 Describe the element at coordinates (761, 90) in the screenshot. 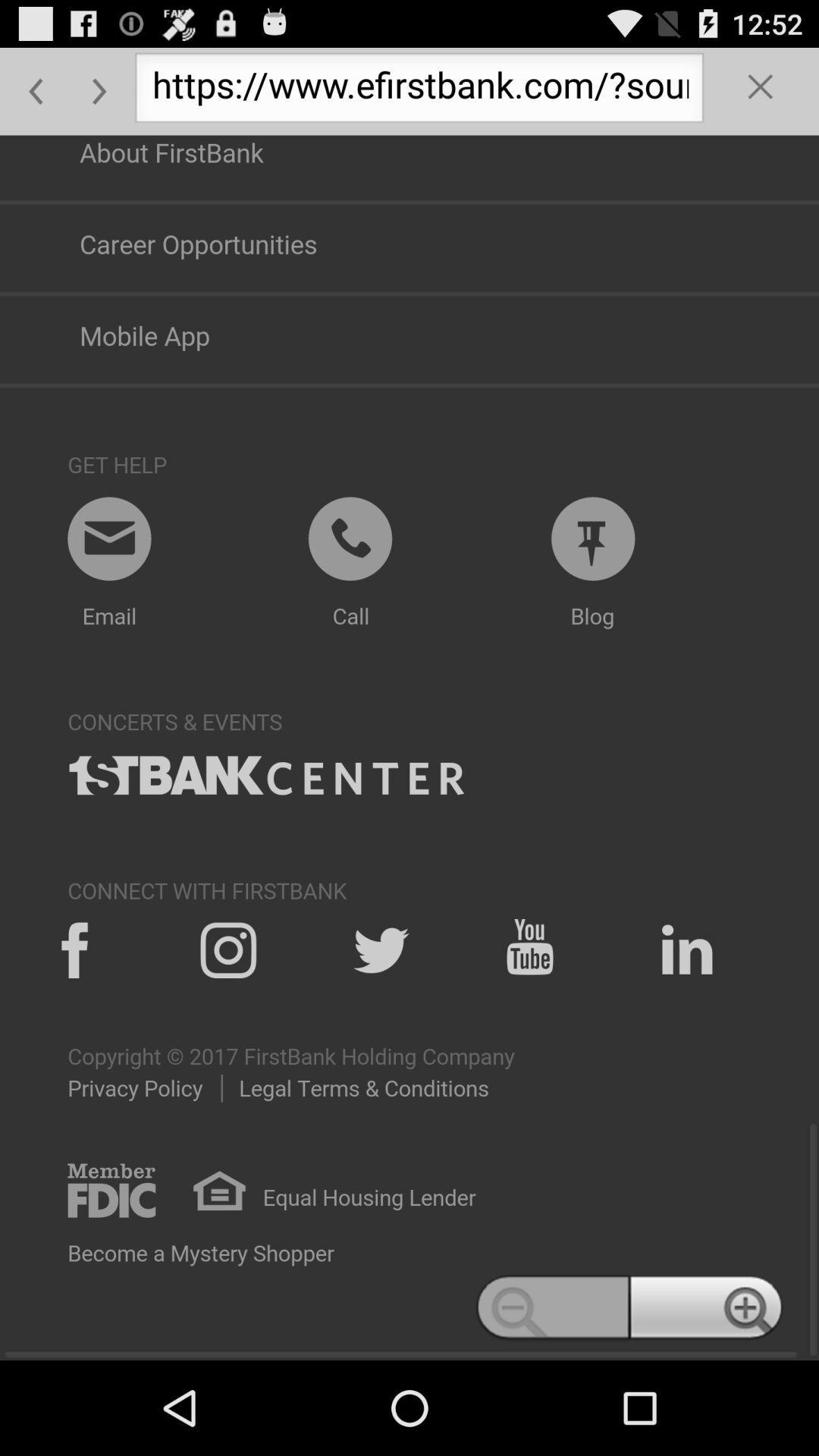

I see `botton` at that location.